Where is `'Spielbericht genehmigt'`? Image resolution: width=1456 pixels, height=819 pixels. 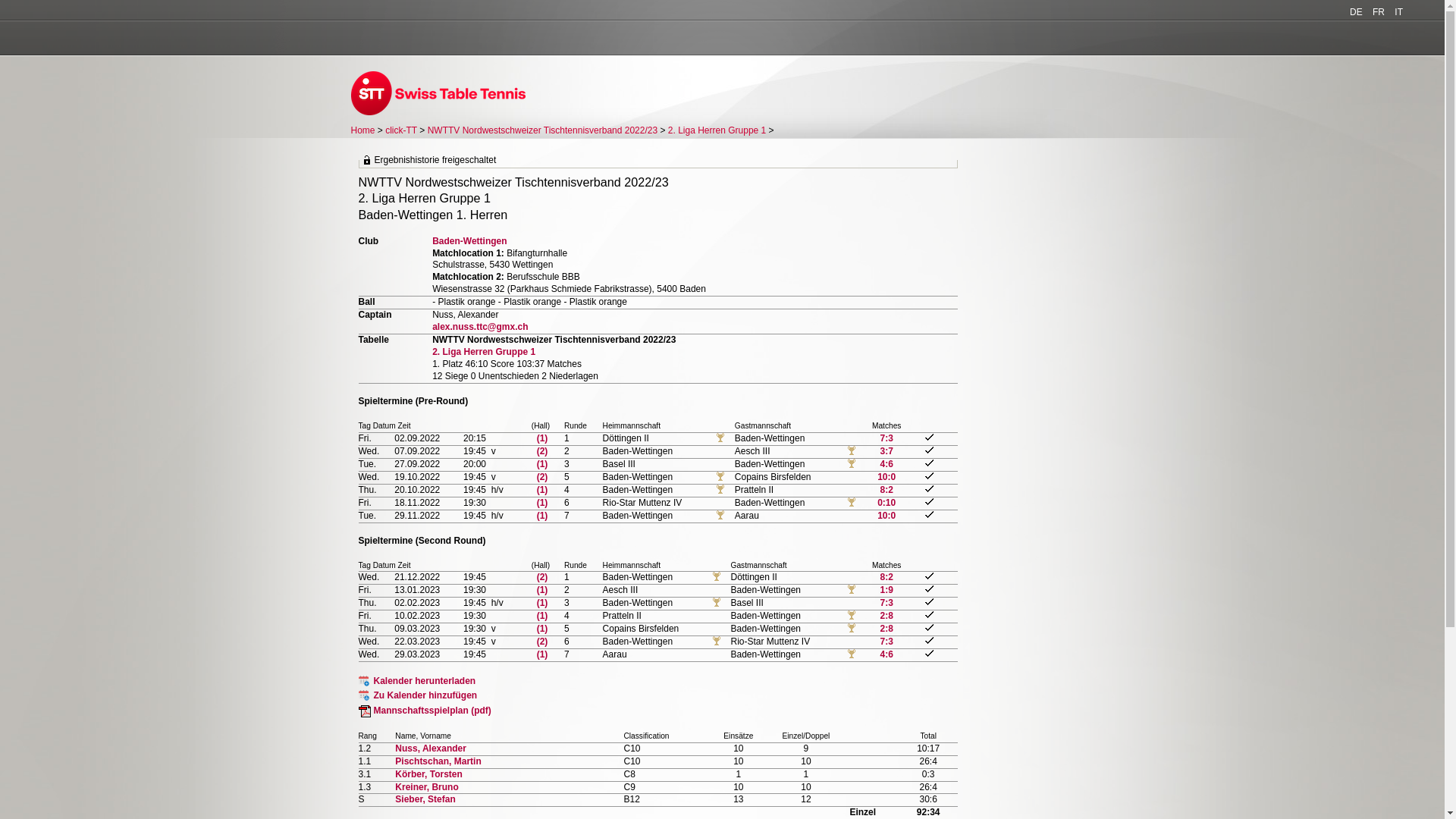
'Spielbericht genehmigt' is located at coordinates (928, 475).